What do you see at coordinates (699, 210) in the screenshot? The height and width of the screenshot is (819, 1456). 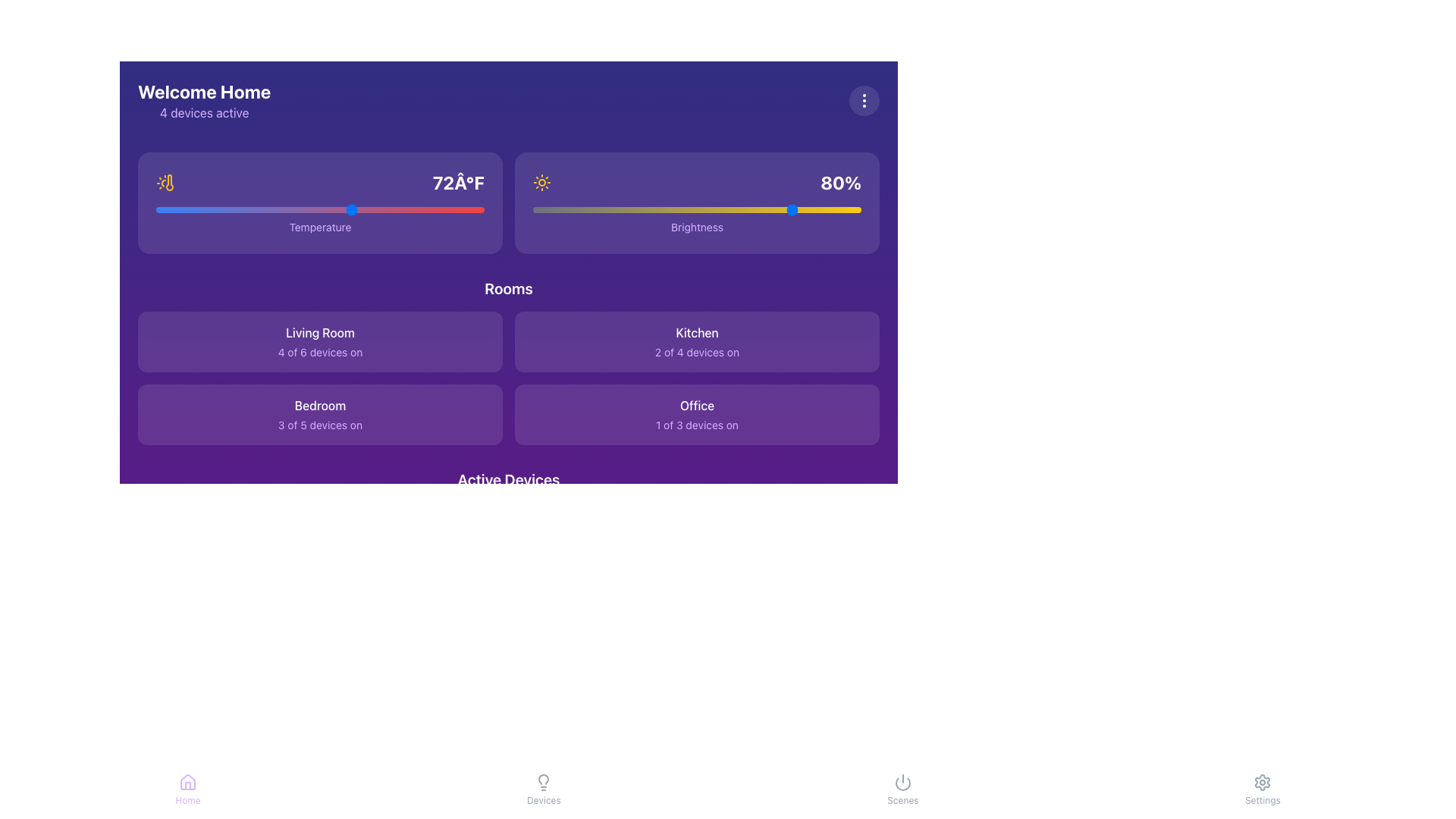 I see `brightness level` at bounding box center [699, 210].